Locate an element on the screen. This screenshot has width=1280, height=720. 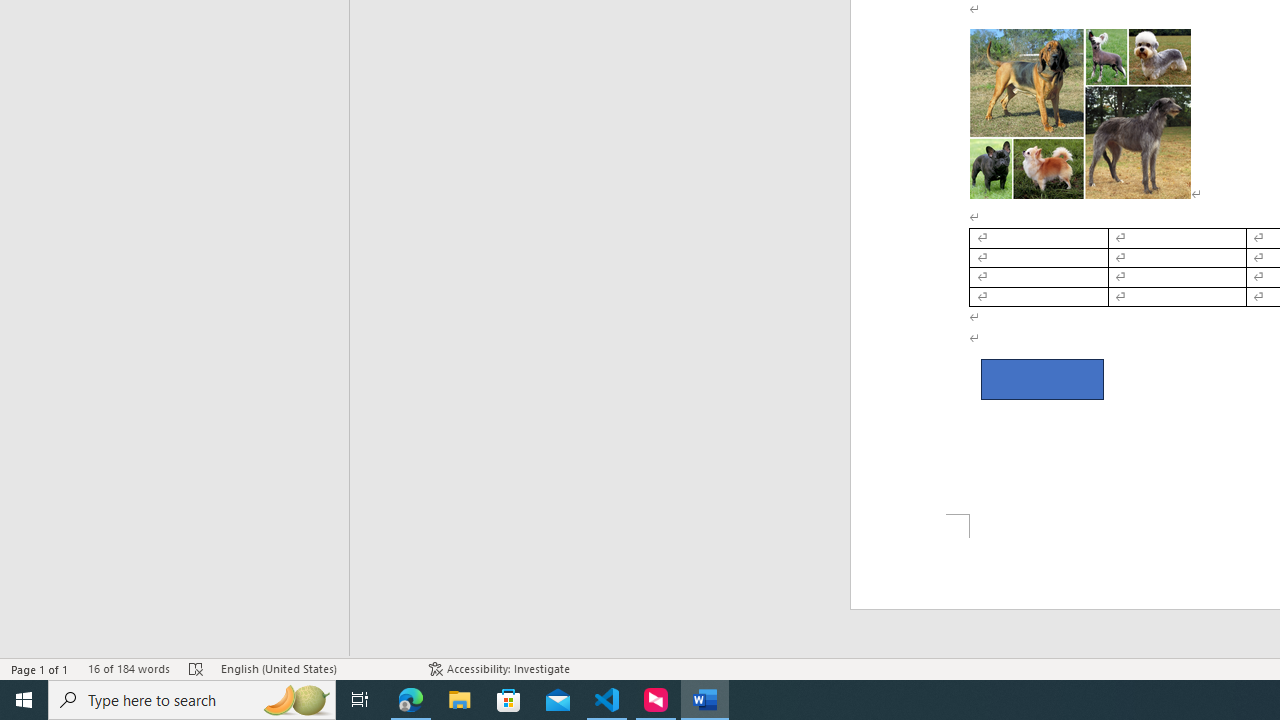
'Page Number Page 1 of 1' is located at coordinates (40, 669).